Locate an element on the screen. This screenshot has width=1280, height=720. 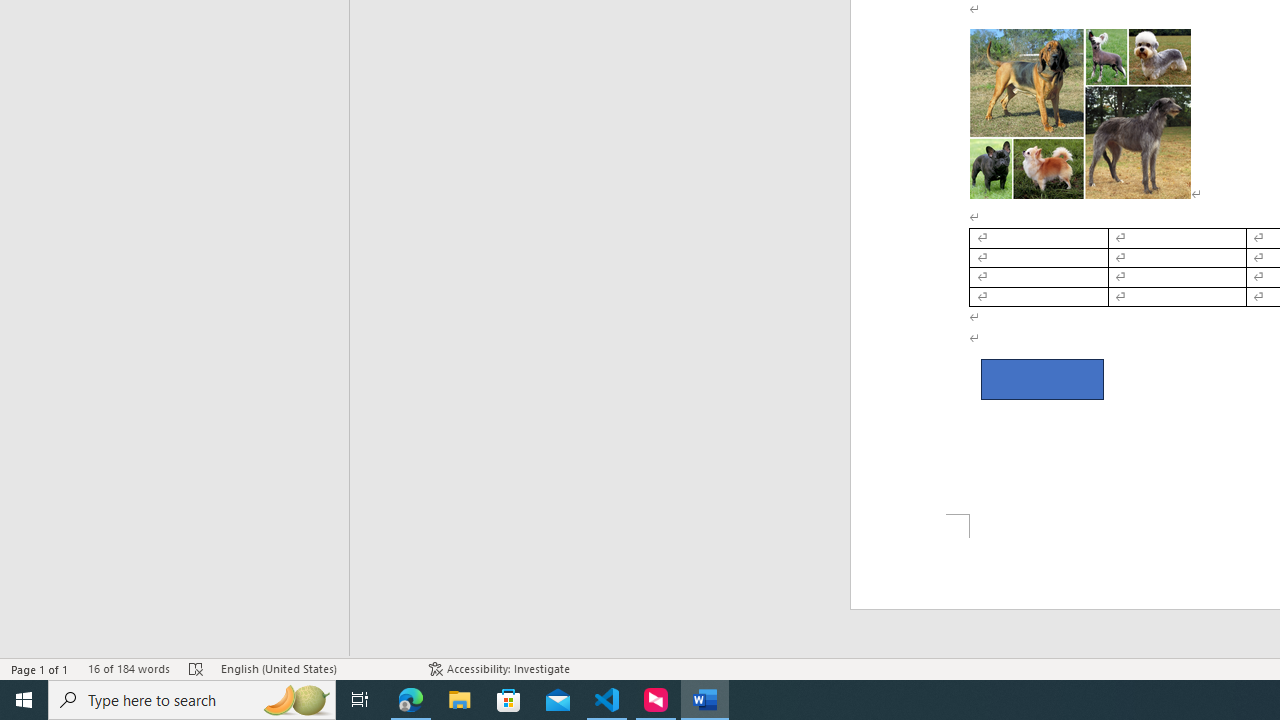
'Page Number Page 1 of 1' is located at coordinates (40, 669).